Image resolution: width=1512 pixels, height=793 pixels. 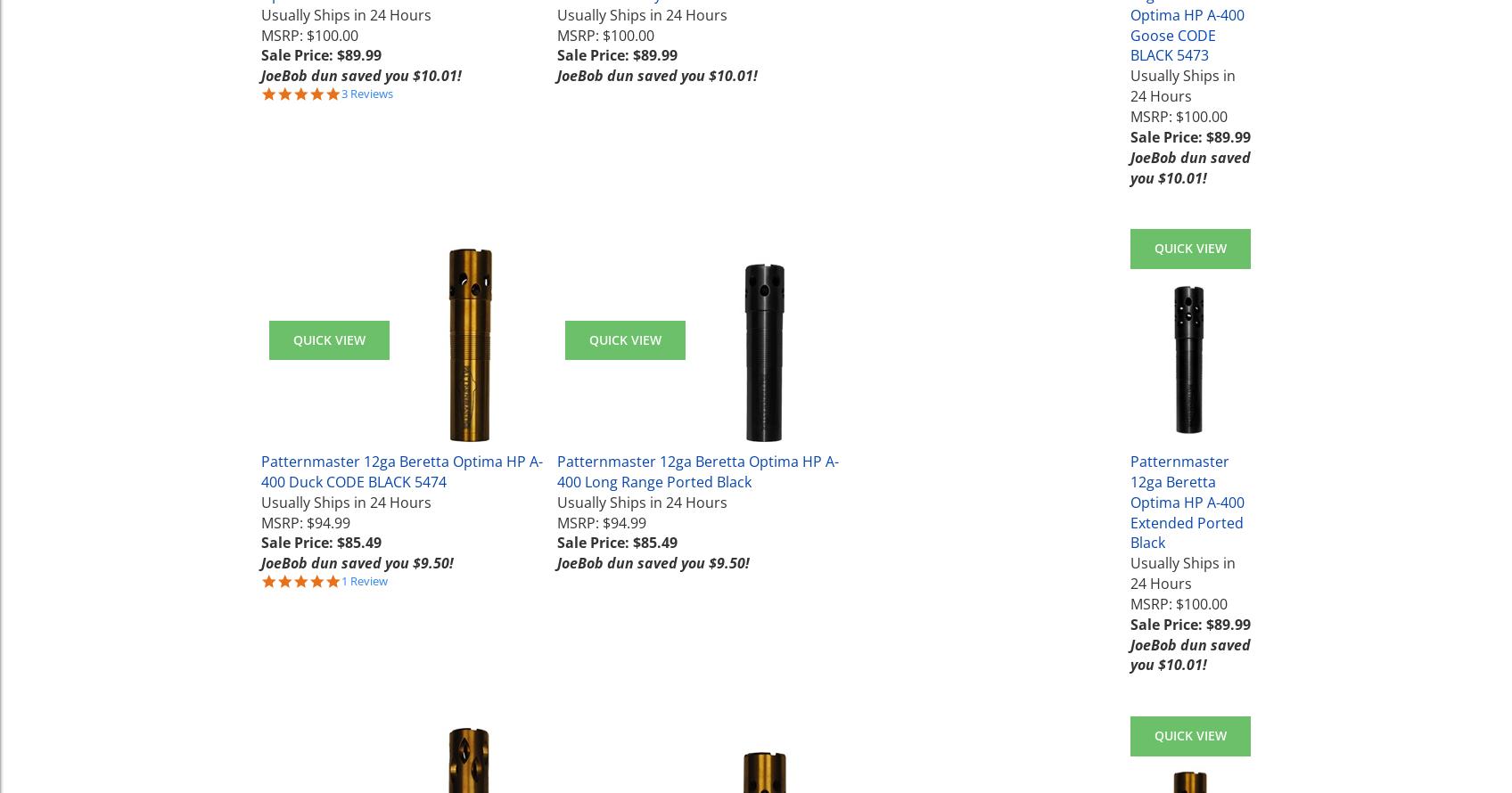 What do you see at coordinates (1187, 501) in the screenshot?
I see `'Patternmaster 12ga Beretta Optima HP A-400 Extended Ported Black'` at bounding box center [1187, 501].